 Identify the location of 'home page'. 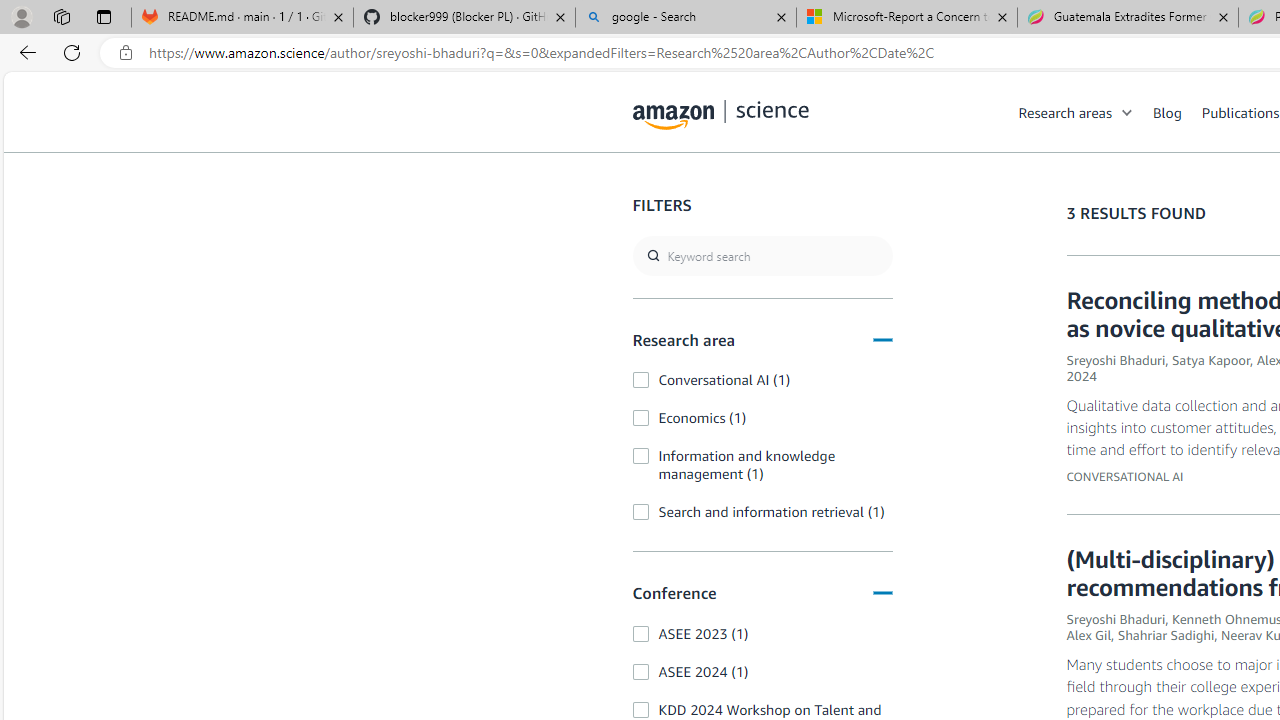
(720, 110).